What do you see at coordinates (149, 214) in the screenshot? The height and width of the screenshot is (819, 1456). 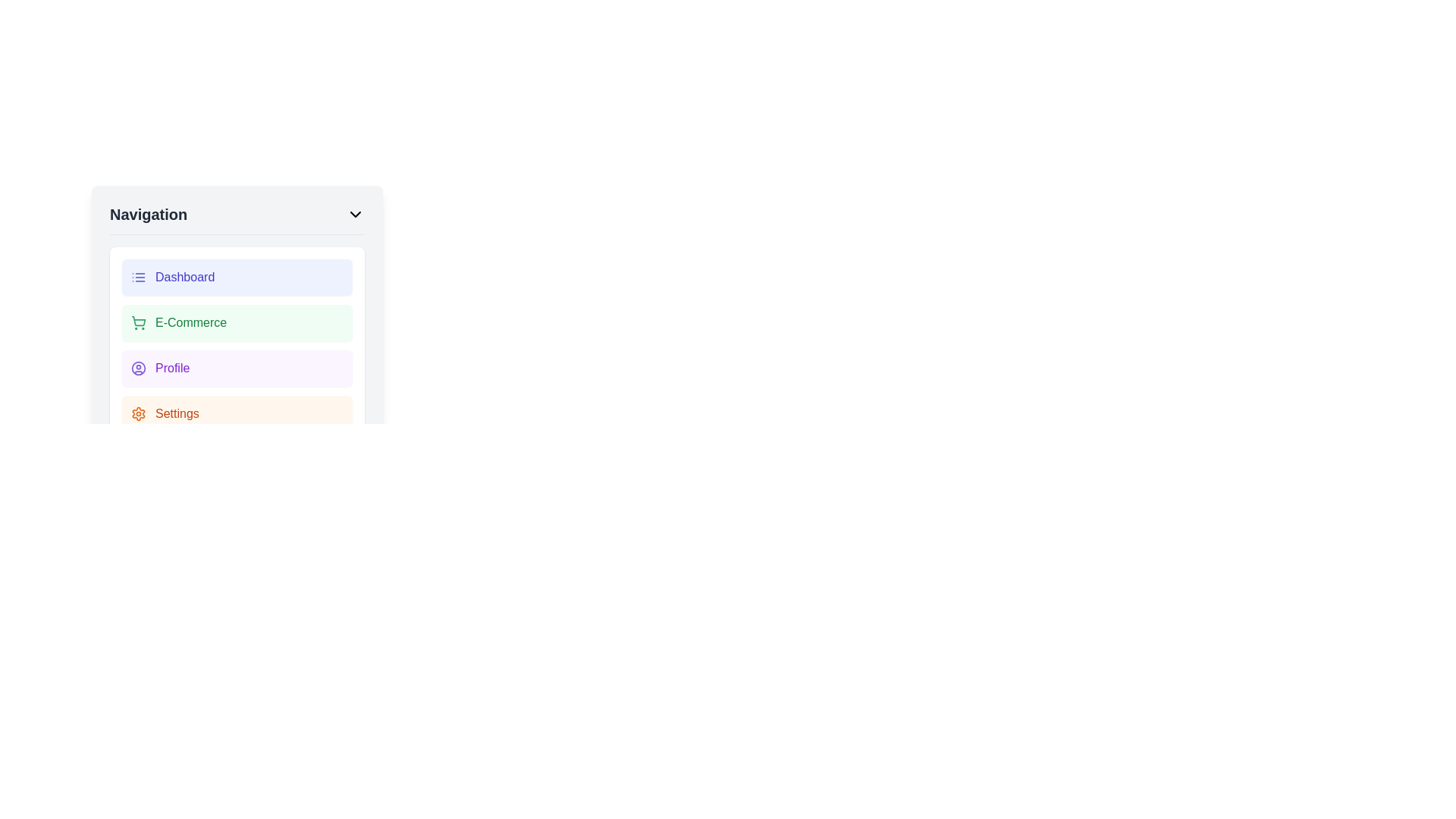 I see `text content of the bold 'Navigation' label located in the header section of the navigation menu` at bounding box center [149, 214].